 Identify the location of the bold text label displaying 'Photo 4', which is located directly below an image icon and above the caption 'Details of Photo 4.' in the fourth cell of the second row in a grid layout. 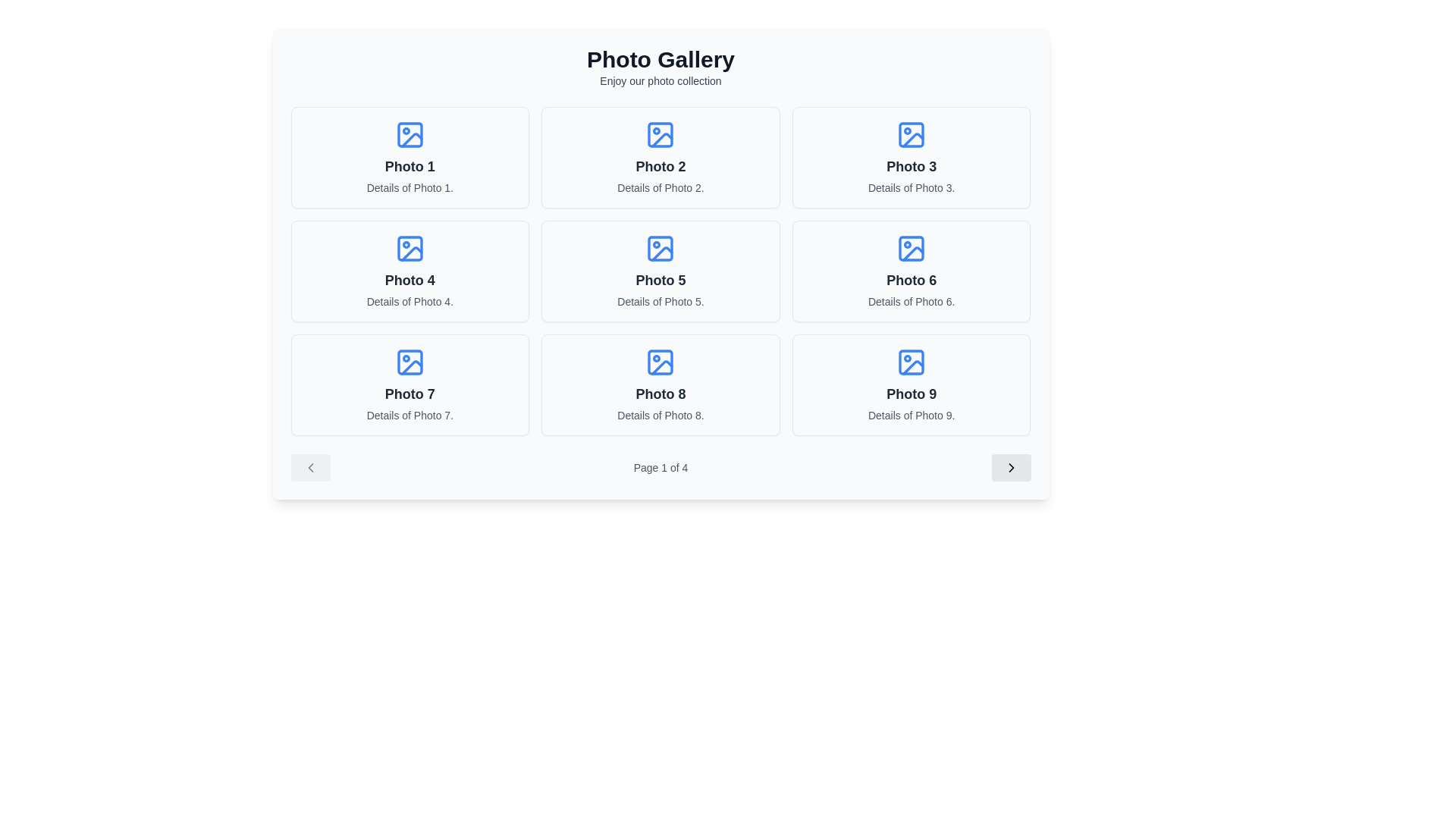
(409, 281).